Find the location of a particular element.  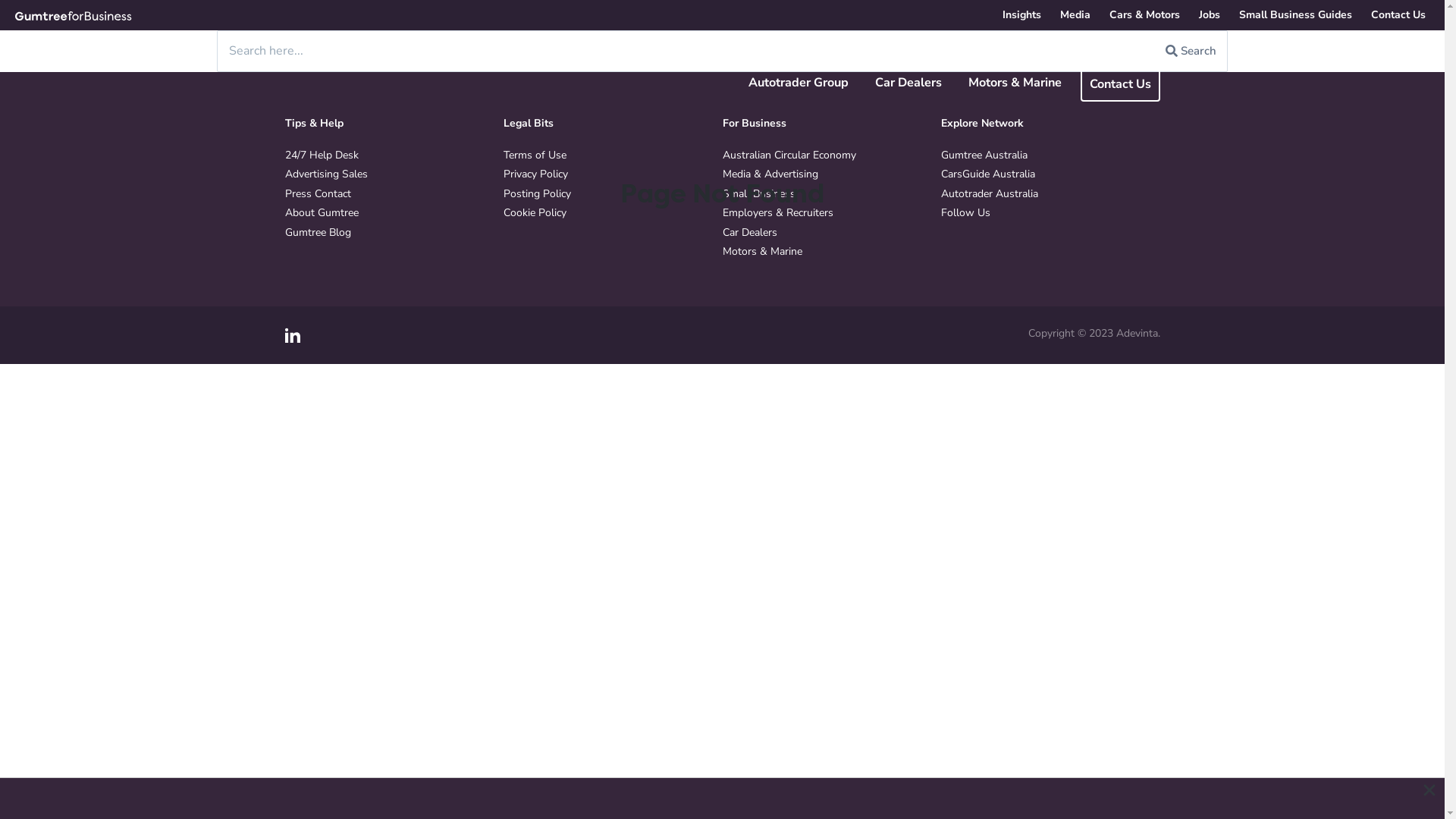

'Employers & Recruiters' is located at coordinates (777, 212).